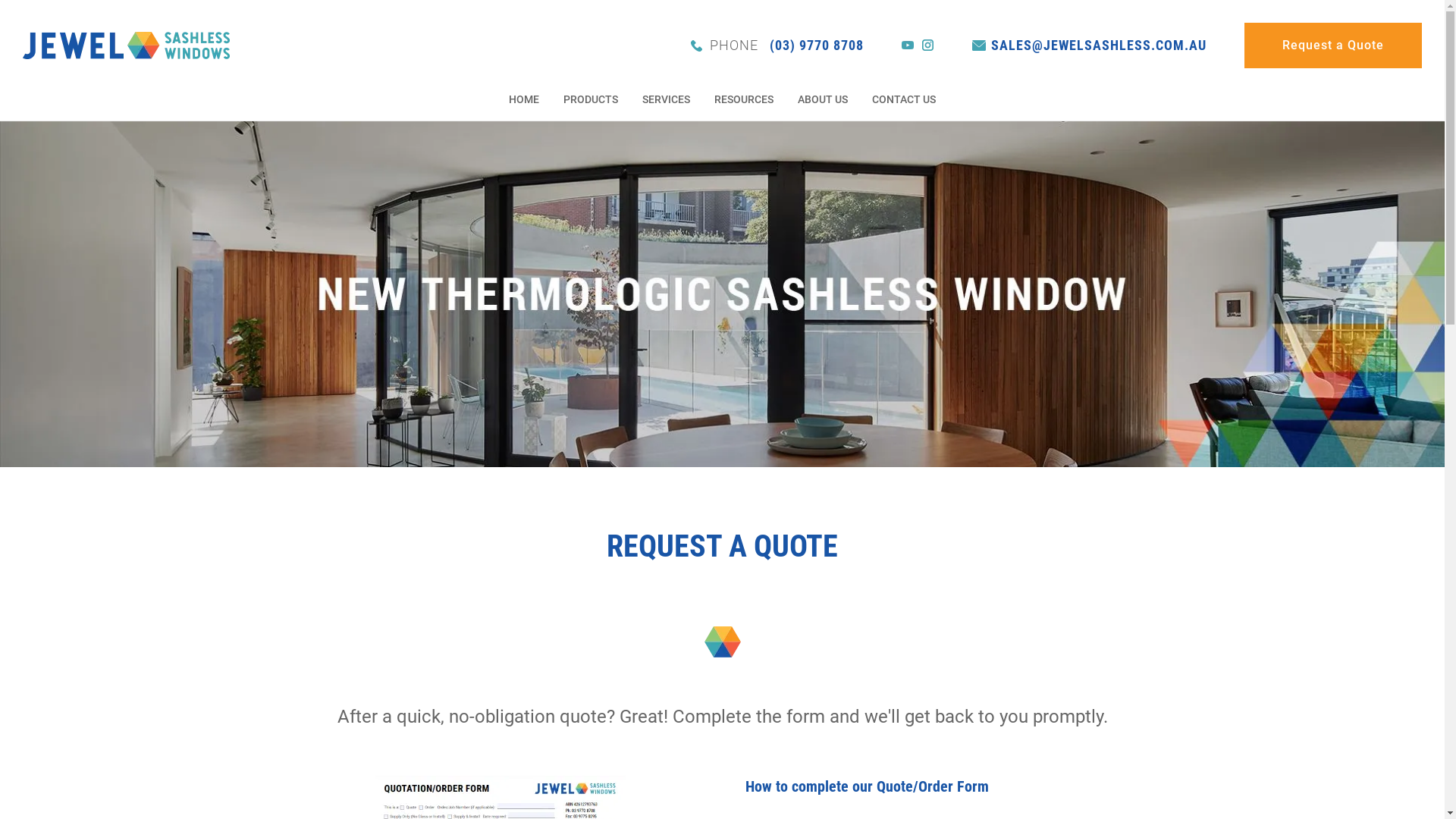 This screenshot has width=1456, height=819. I want to click on 'youtube', so click(902, 45).